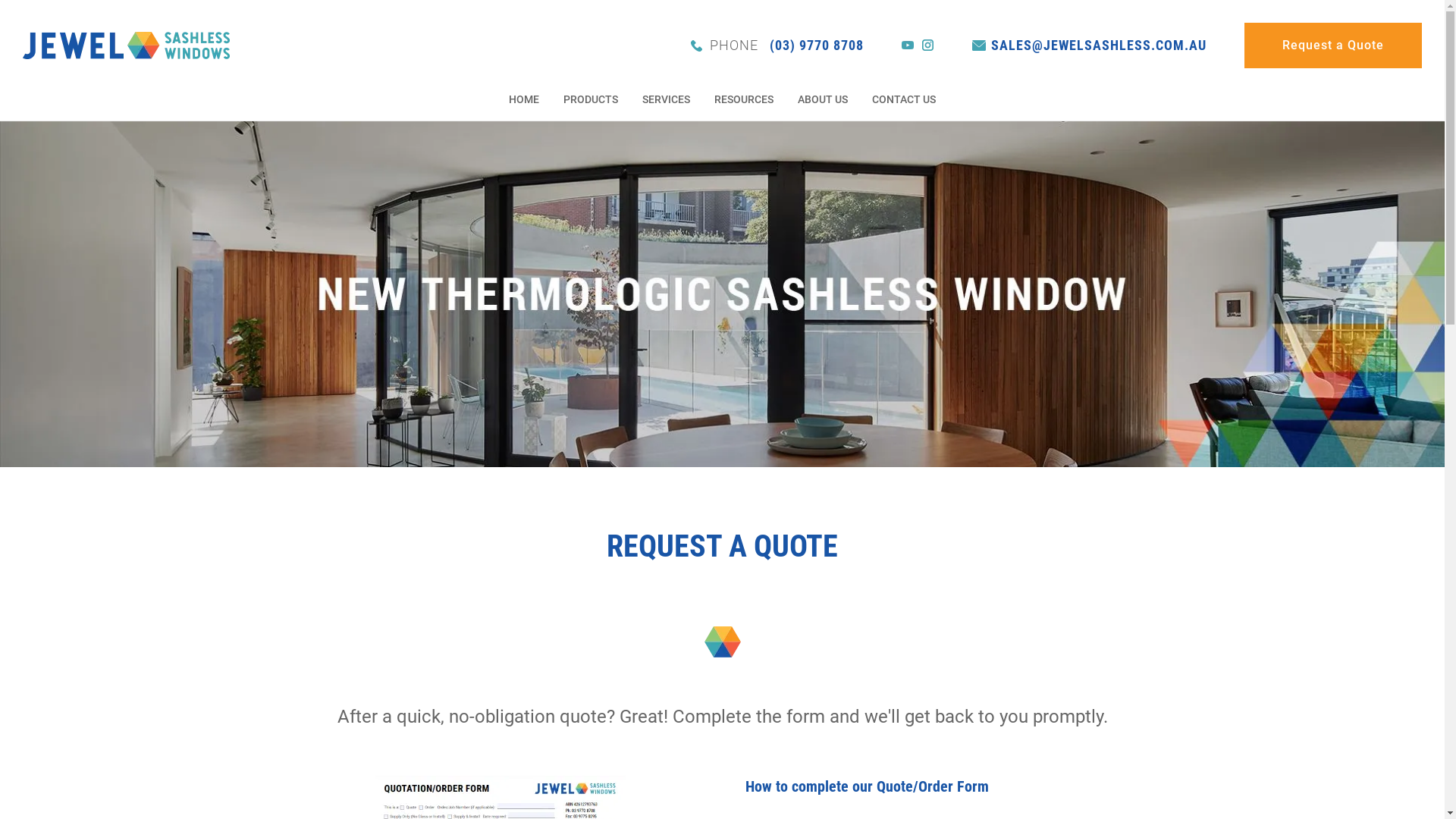 This screenshot has width=1456, height=819. I want to click on 'youtube', so click(902, 45).